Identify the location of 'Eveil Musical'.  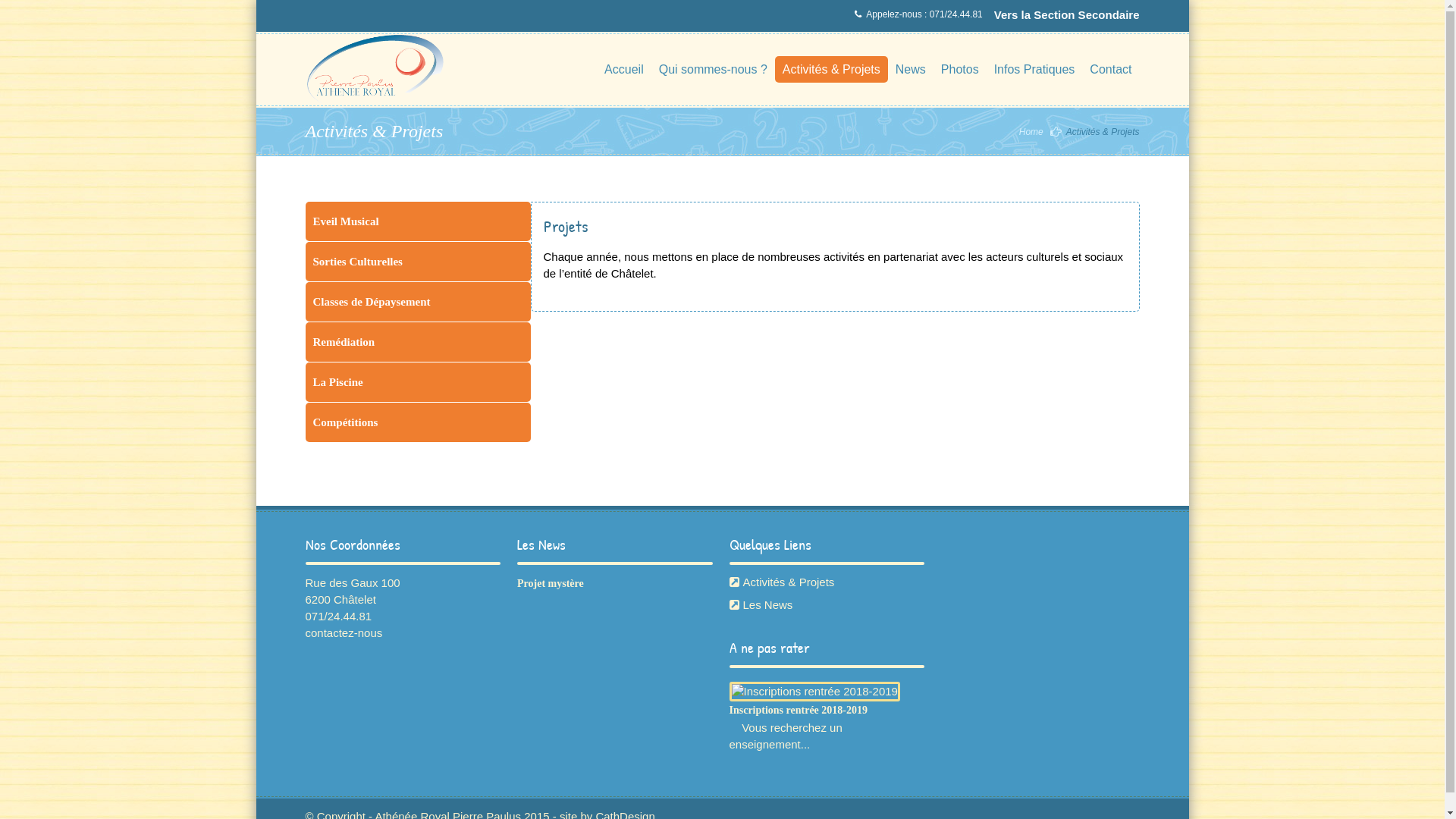
(417, 221).